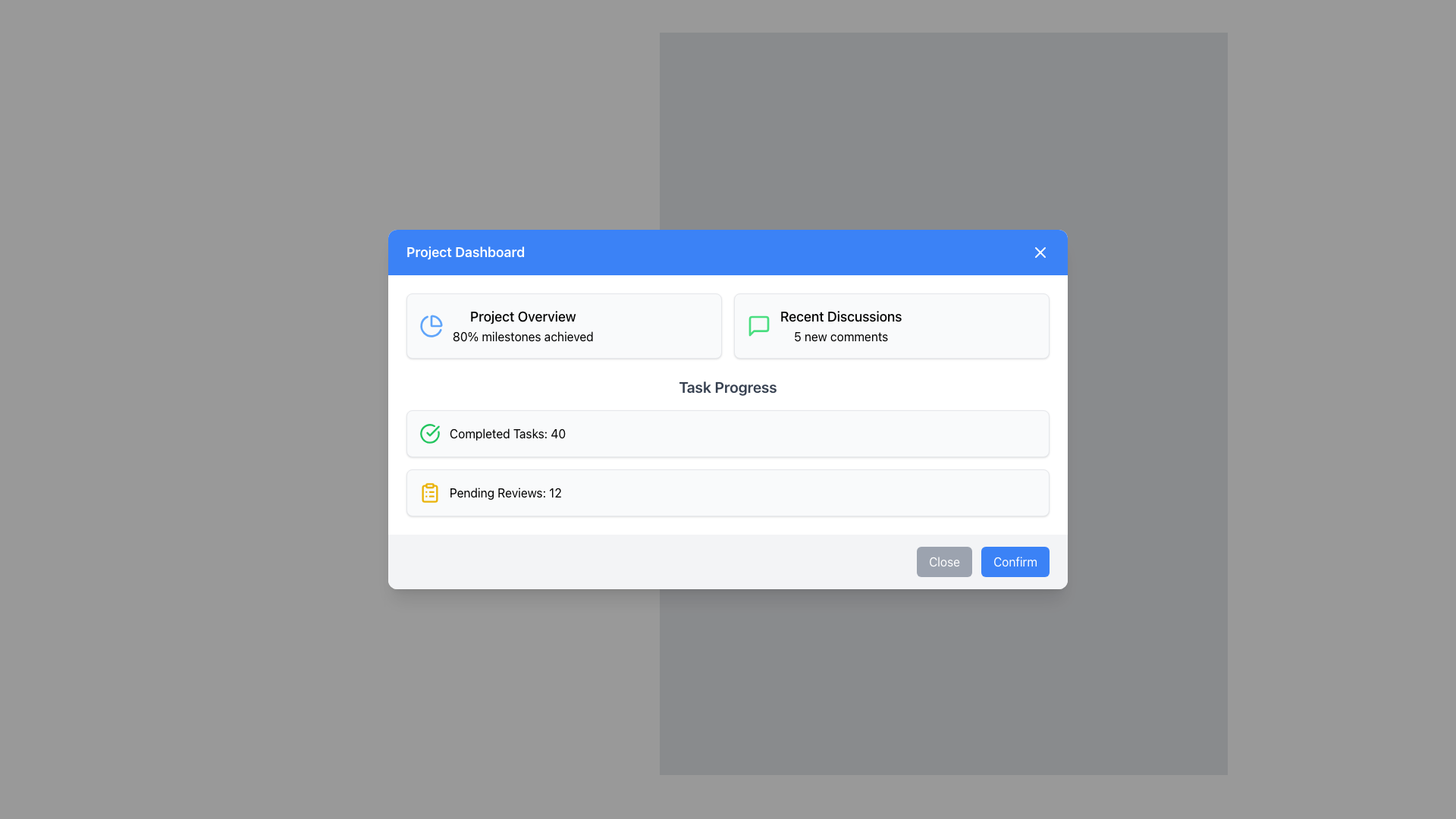  Describe the element at coordinates (522, 315) in the screenshot. I see `text label summarizing the project overview located in the upper left section of the central panel, above the text '80% milestones achieved'` at that location.